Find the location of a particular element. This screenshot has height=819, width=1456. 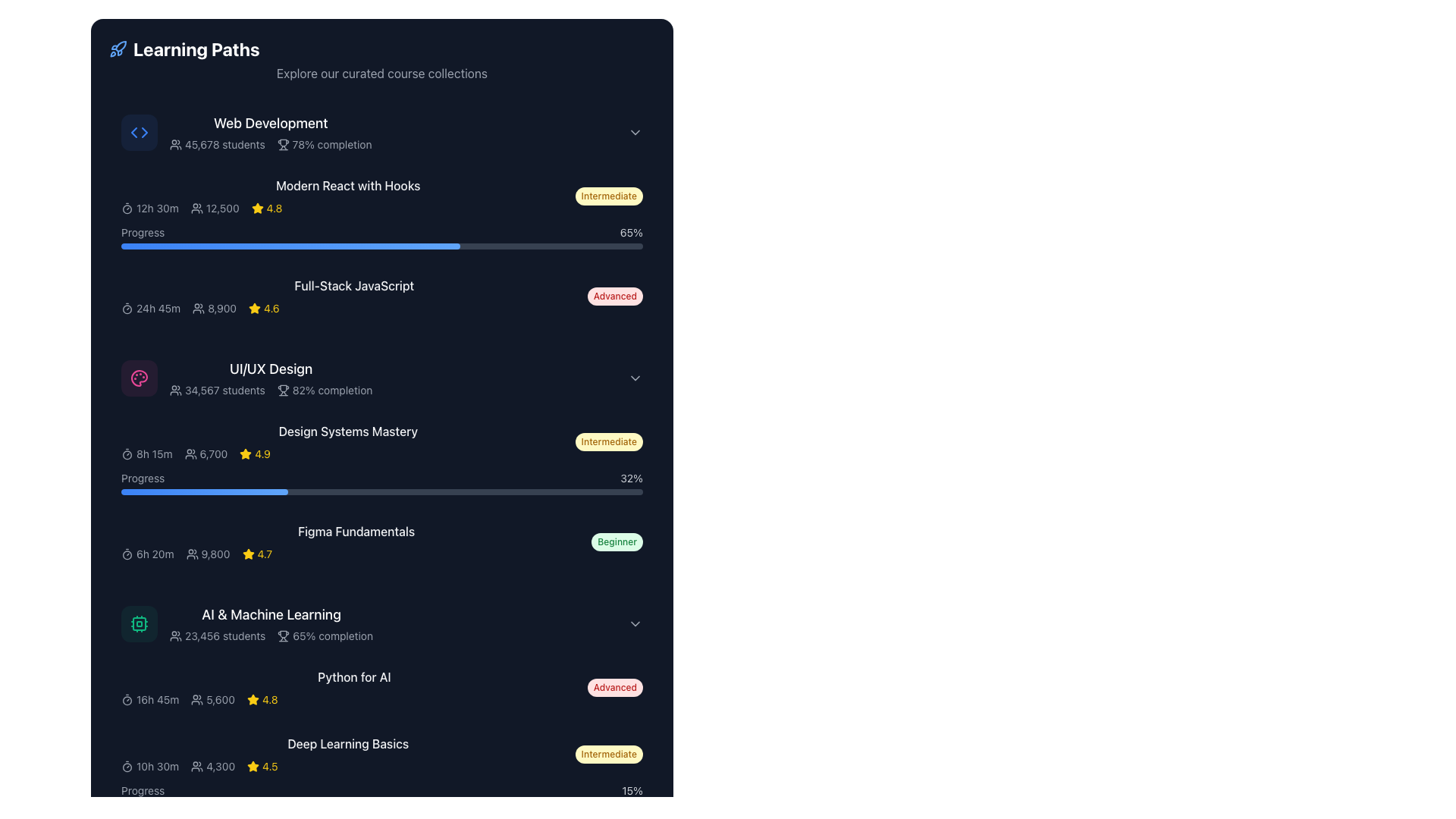

the Data display element showing '23,456 students' and '65% completion' with user and trophy icons is located at coordinates (271, 636).